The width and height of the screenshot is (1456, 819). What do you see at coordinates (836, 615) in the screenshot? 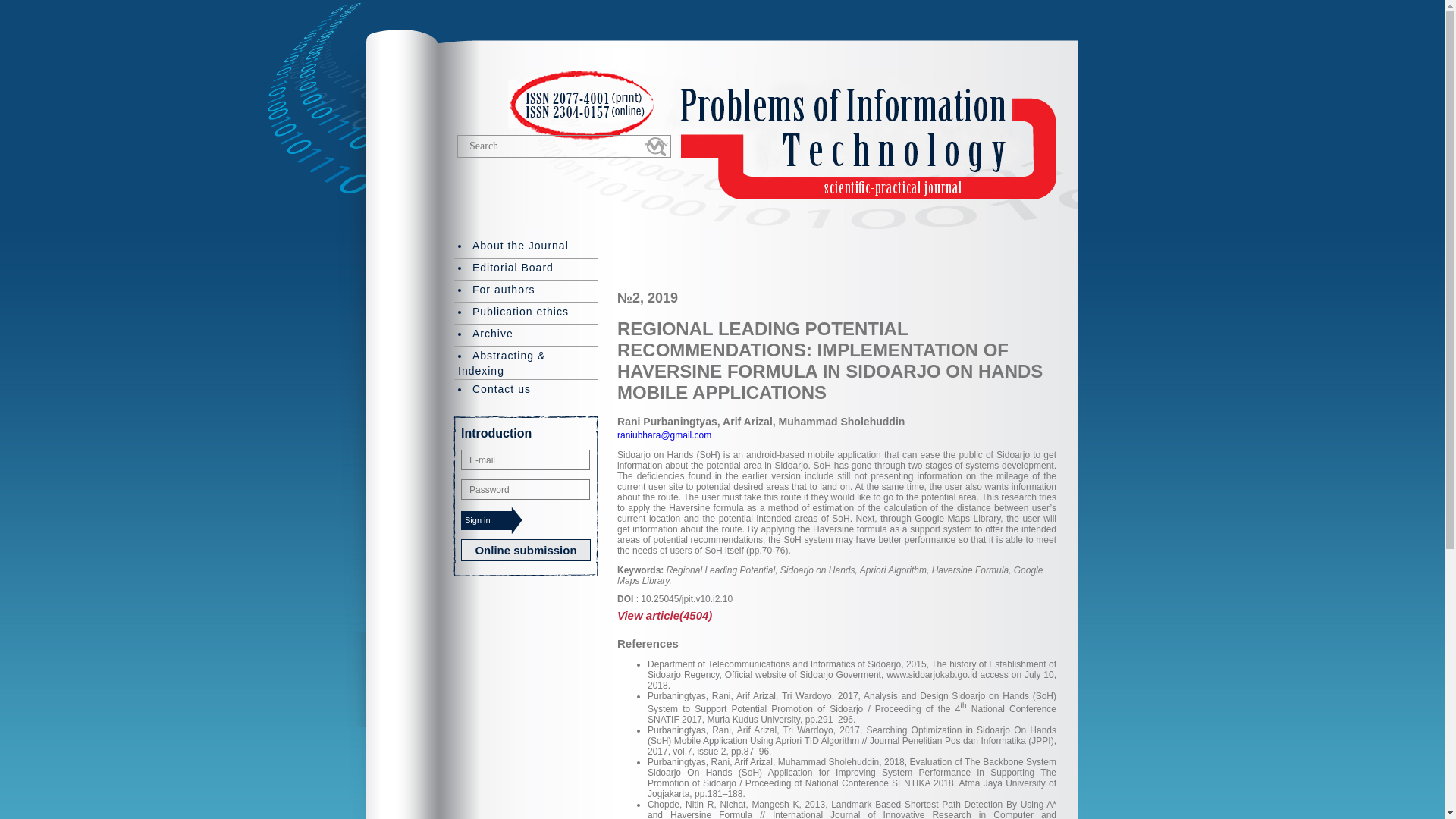
I see `'View article(4504)'` at bounding box center [836, 615].